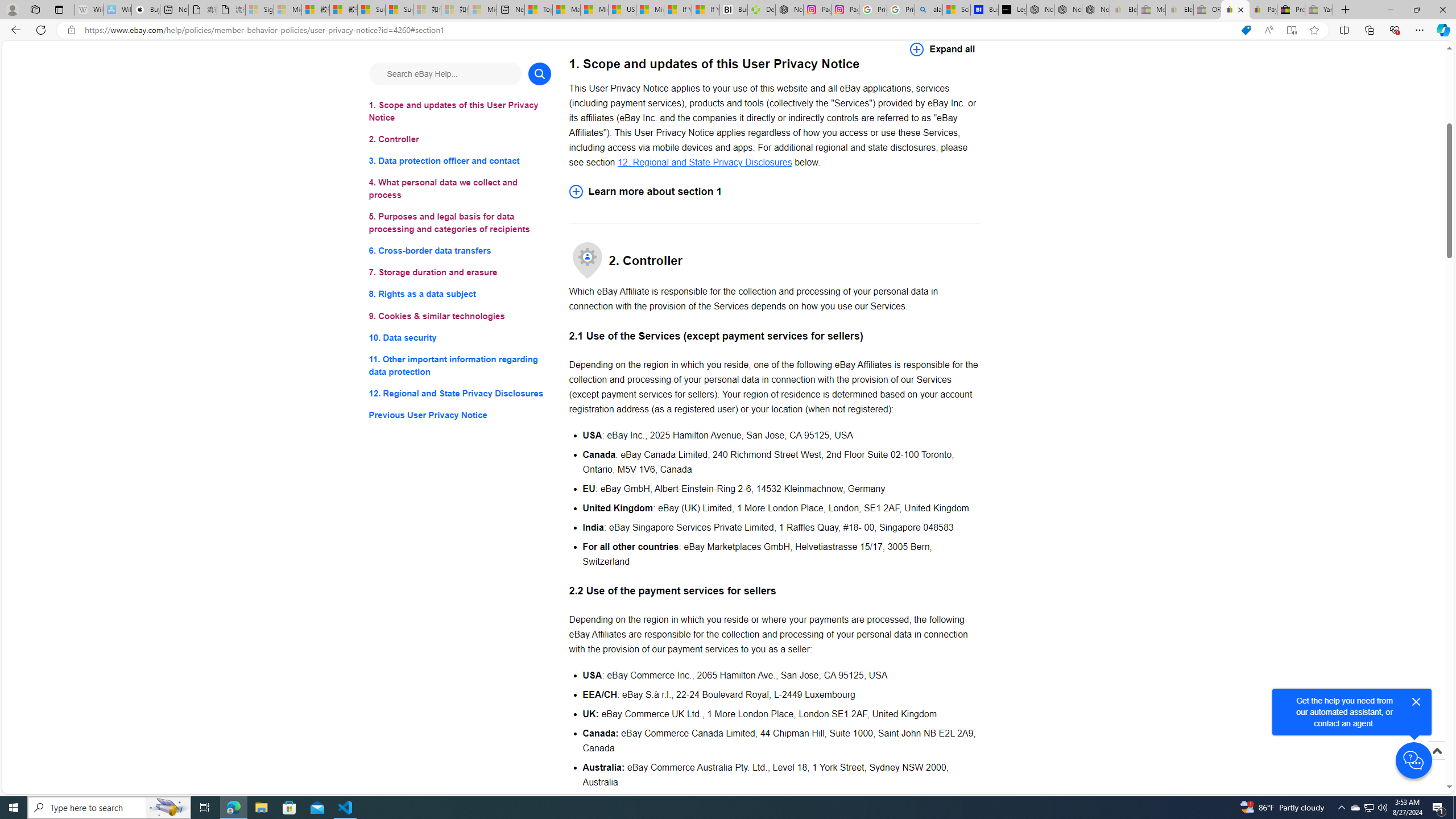  Describe the element at coordinates (459, 272) in the screenshot. I see `'7. Storage duration and erasure'` at that location.